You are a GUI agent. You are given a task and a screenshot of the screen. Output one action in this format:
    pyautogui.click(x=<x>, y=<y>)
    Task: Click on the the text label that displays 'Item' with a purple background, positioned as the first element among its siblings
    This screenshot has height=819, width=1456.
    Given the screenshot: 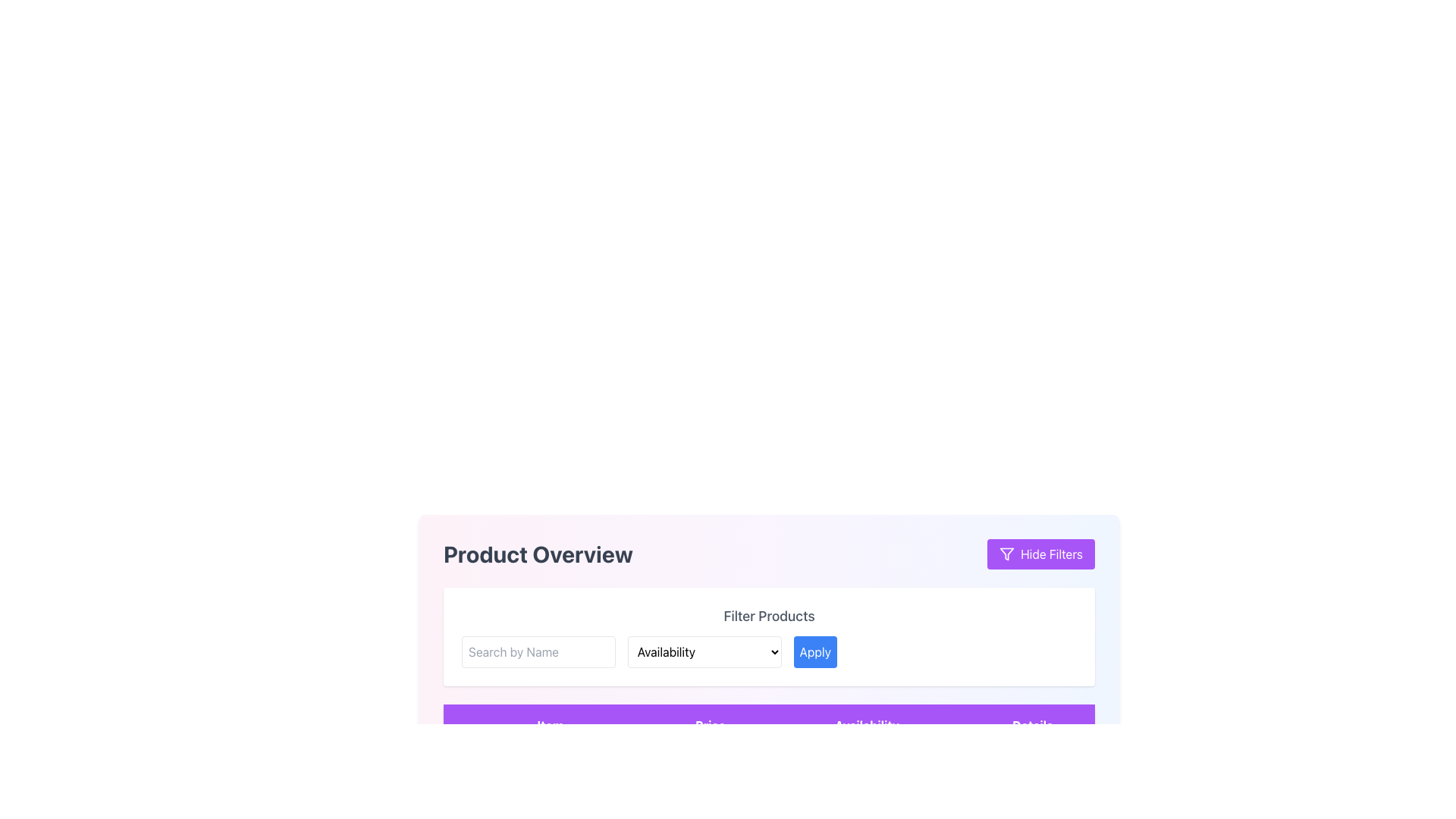 What is the action you would take?
    pyautogui.click(x=549, y=724)
    